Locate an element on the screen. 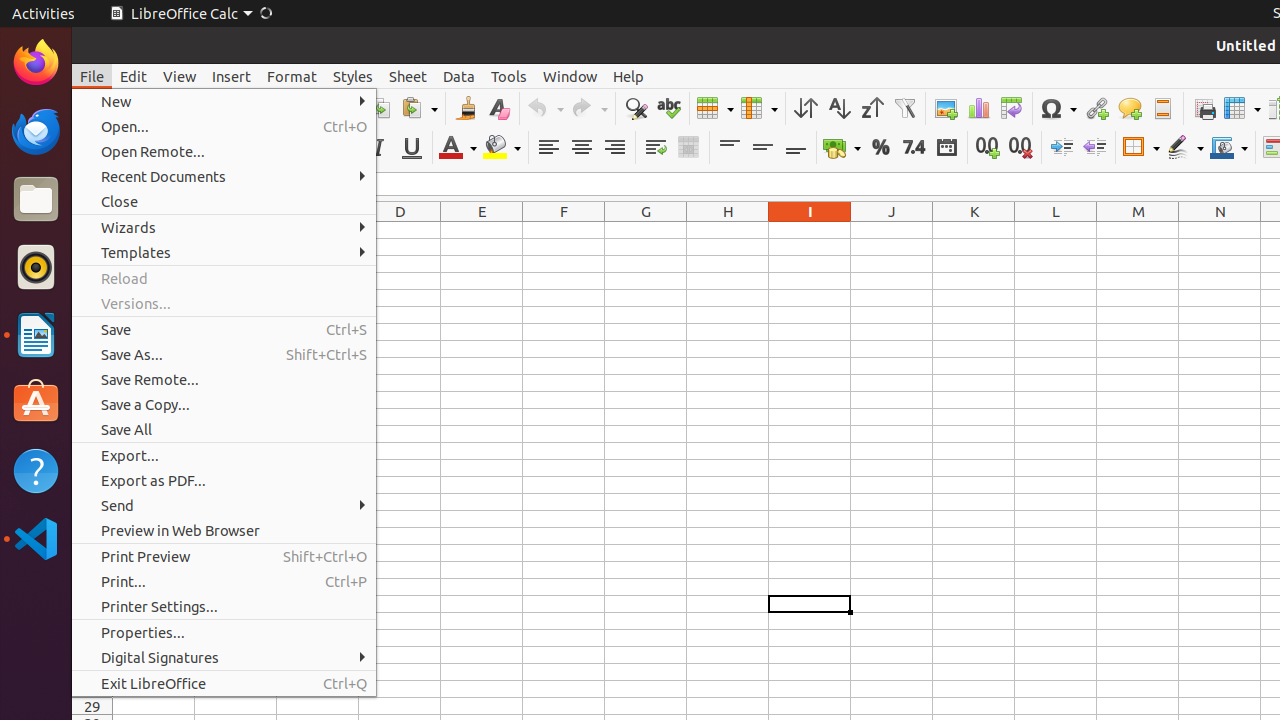 The width and height of the screenshot is (1280, 720). 'M1' is located at coordinates (1138, 229).